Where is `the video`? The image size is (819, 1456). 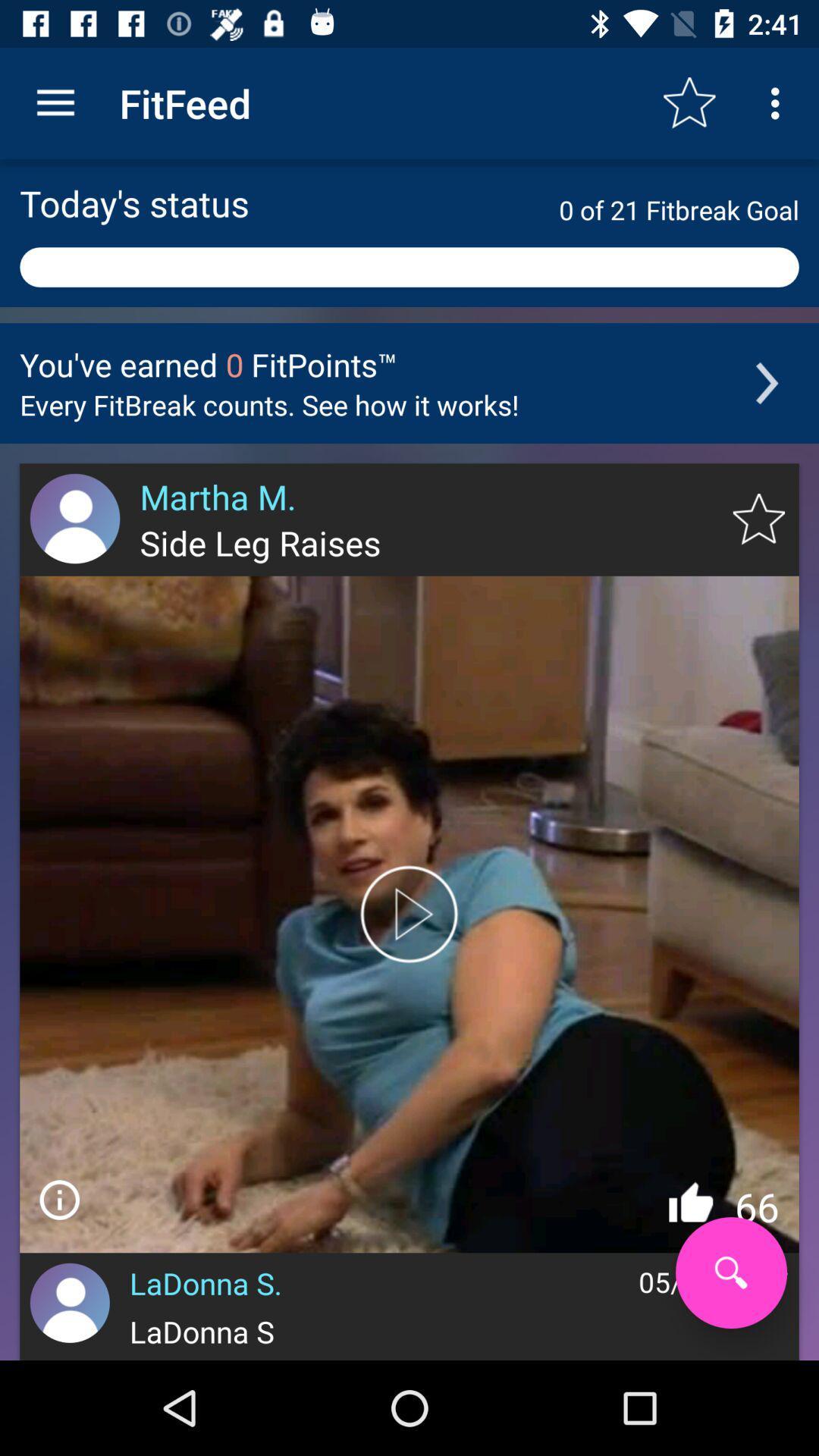
the video is located at coordinates (409, 913).